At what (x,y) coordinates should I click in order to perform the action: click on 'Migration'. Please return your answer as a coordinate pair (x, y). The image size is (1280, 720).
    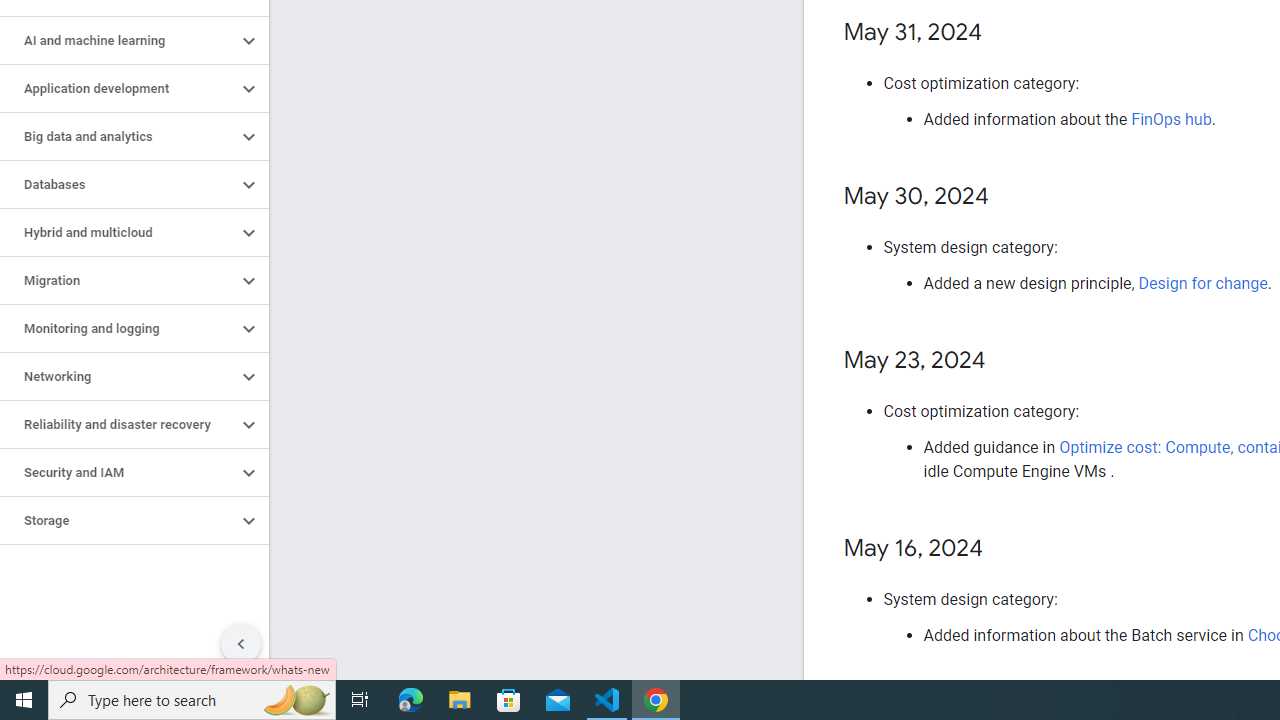
    Looking at the image, I should click on (117, 281).